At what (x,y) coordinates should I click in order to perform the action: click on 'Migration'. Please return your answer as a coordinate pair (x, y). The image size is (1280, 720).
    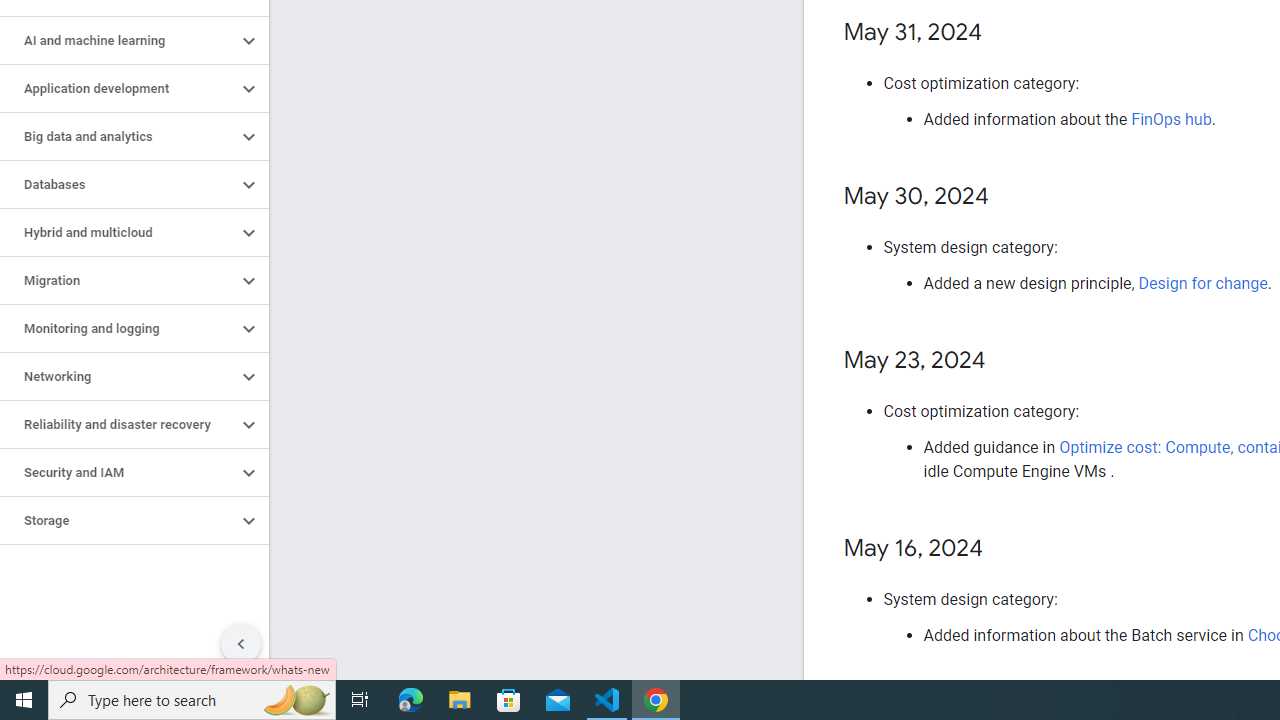
    Looking at the image, I should click on (117, 281).